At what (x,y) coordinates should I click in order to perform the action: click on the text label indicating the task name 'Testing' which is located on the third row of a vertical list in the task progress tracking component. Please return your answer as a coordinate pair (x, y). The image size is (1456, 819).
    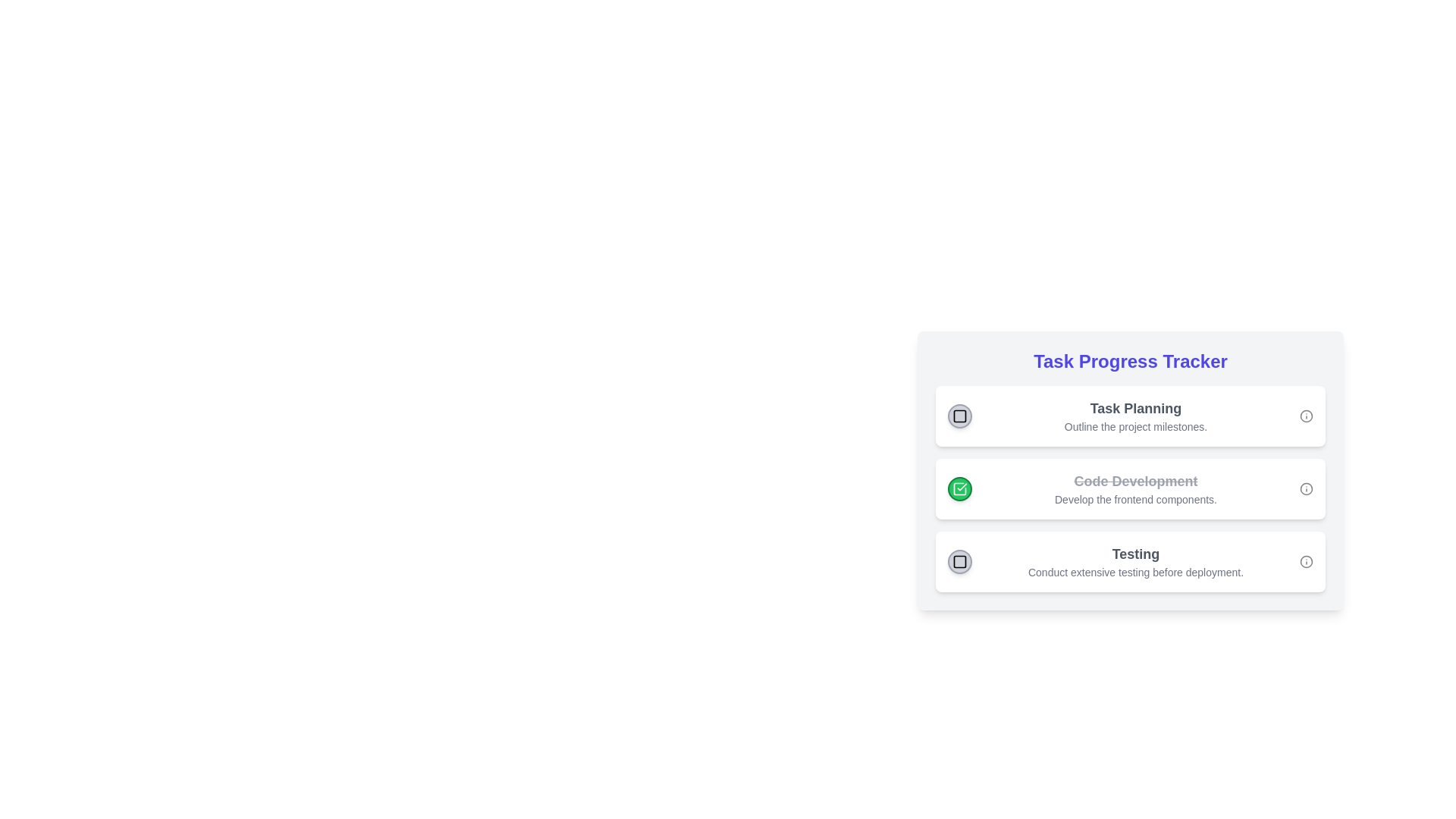
    Looking at the image, I should click on (1135, 554).